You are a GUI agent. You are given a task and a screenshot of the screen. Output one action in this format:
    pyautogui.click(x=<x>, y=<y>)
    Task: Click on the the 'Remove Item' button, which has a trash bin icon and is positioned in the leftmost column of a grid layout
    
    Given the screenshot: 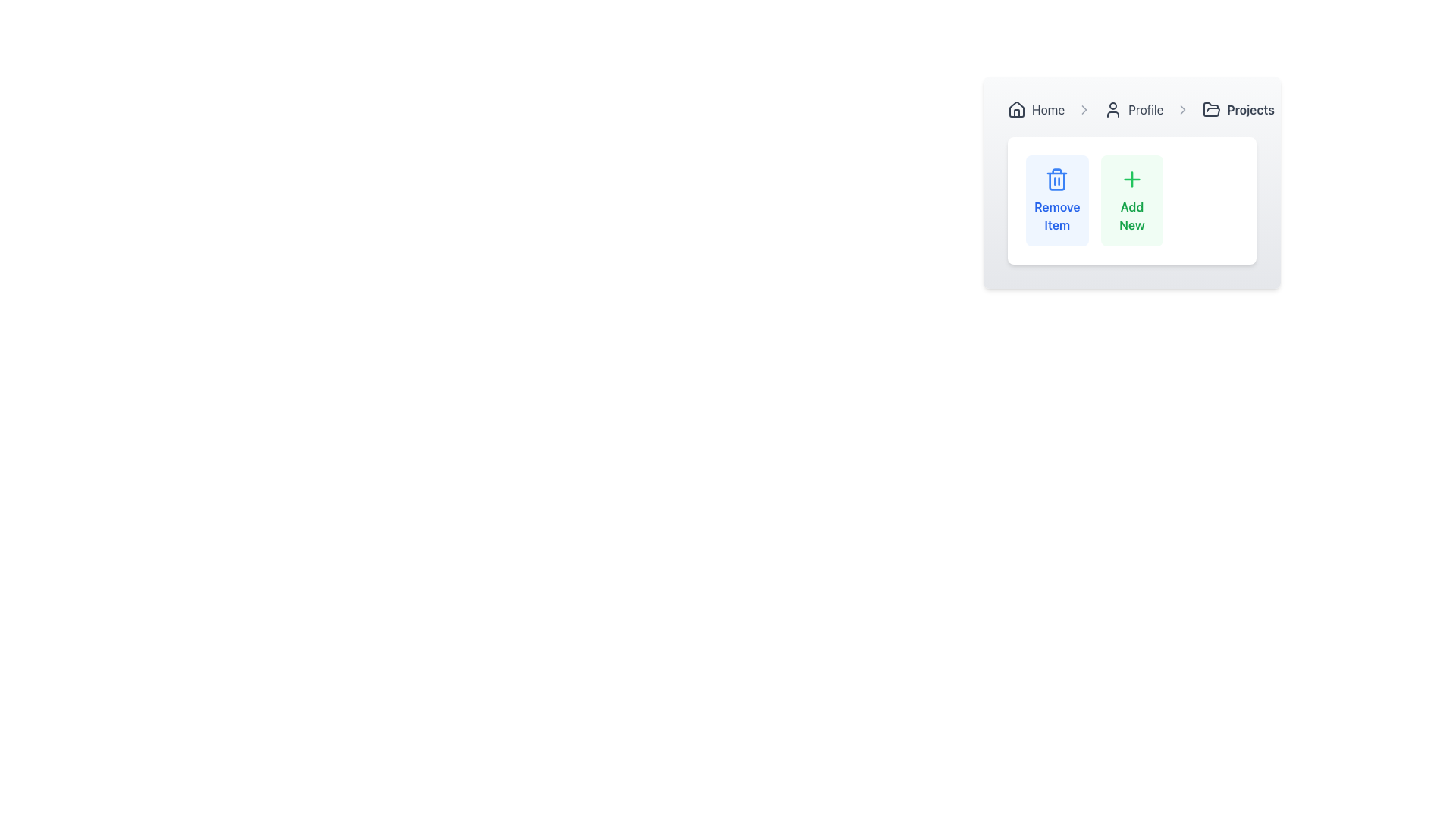 What is the action you would take?
    pyautogui.click(x=1056, y=200)
    